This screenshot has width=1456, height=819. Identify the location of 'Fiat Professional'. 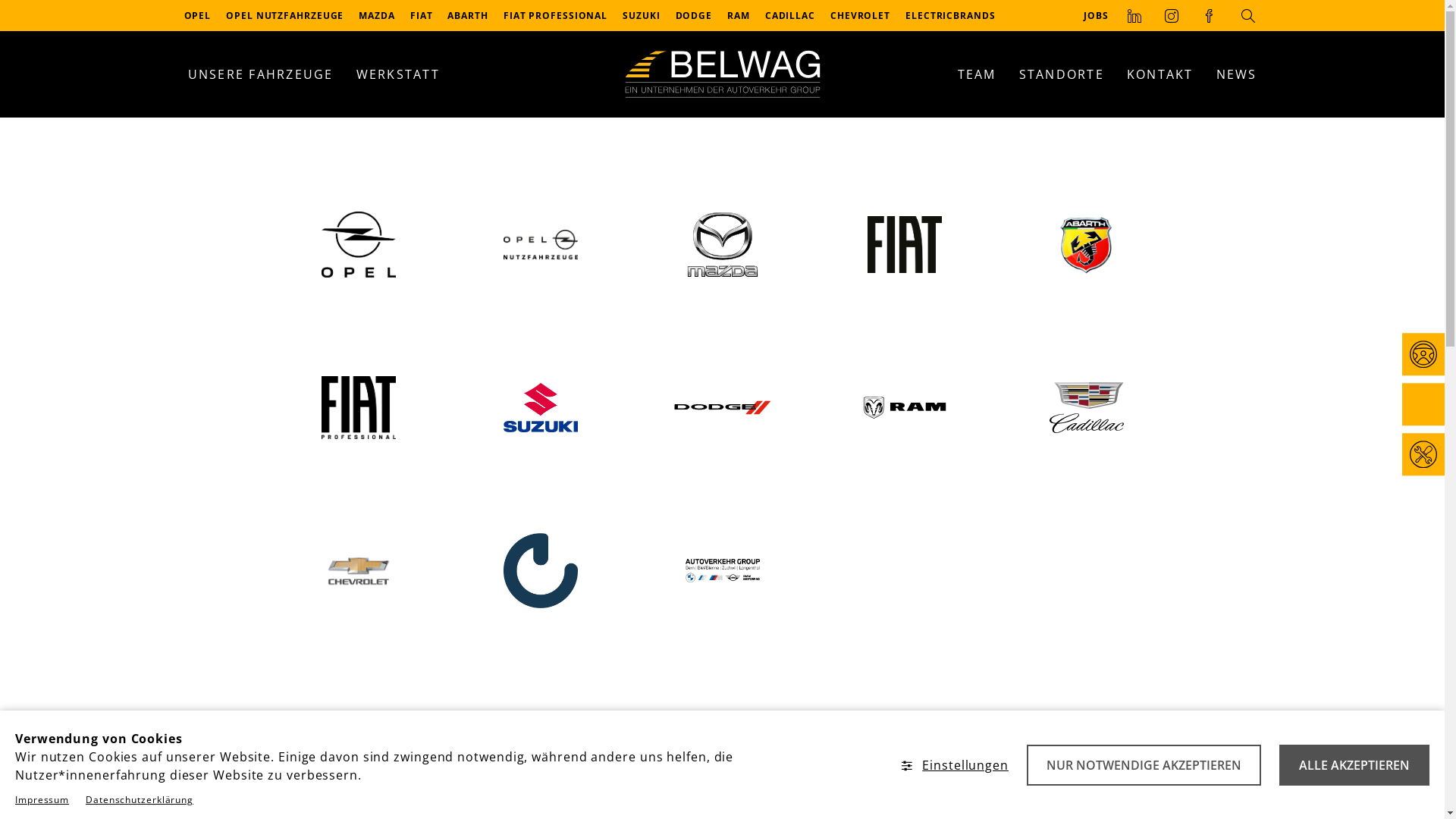
(356, 406).